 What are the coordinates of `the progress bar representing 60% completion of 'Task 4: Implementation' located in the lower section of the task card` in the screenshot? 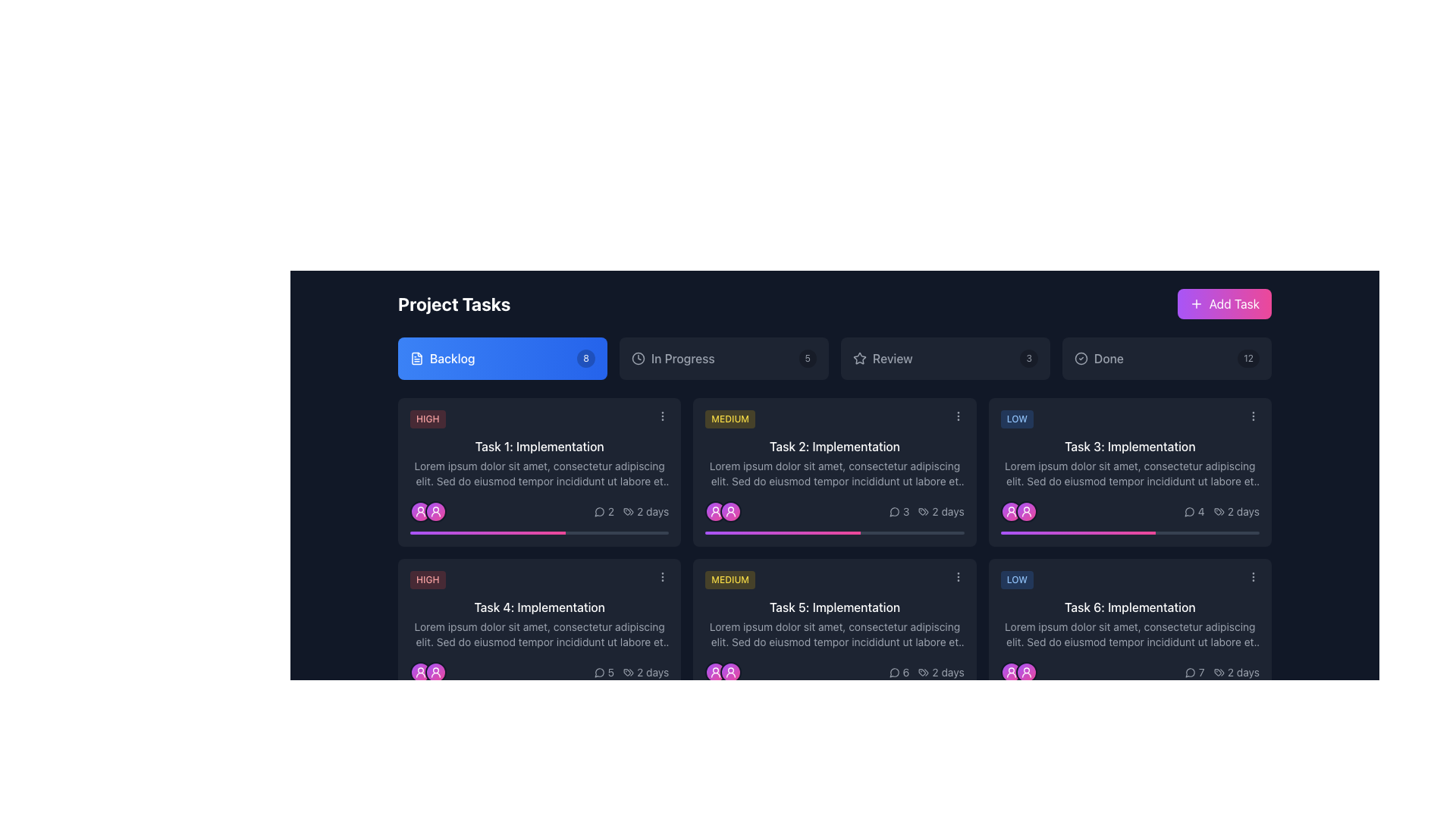 It's located at (539, 693).